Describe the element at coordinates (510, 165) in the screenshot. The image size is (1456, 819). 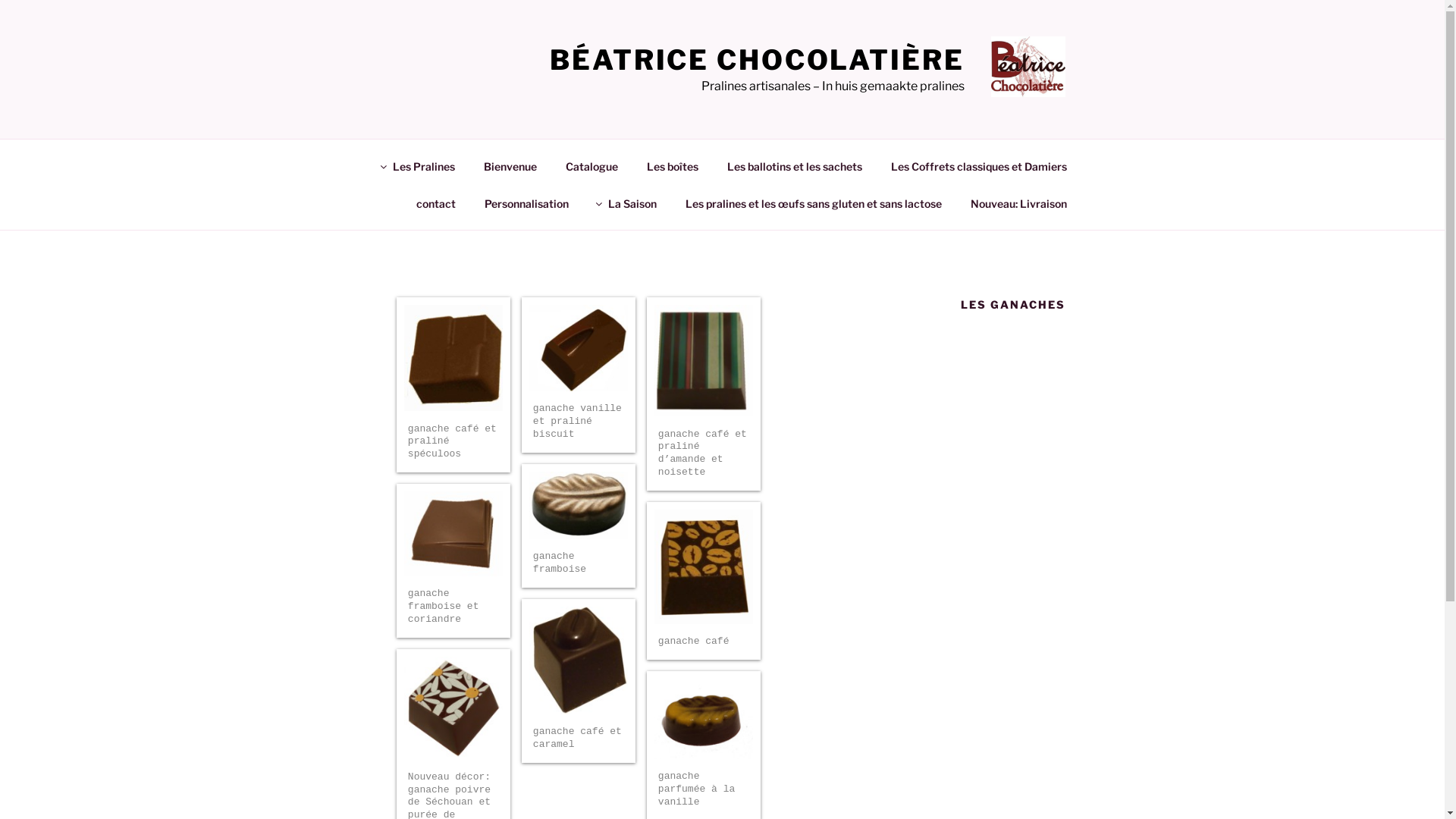
I see `'Bienvenue'` at that location.